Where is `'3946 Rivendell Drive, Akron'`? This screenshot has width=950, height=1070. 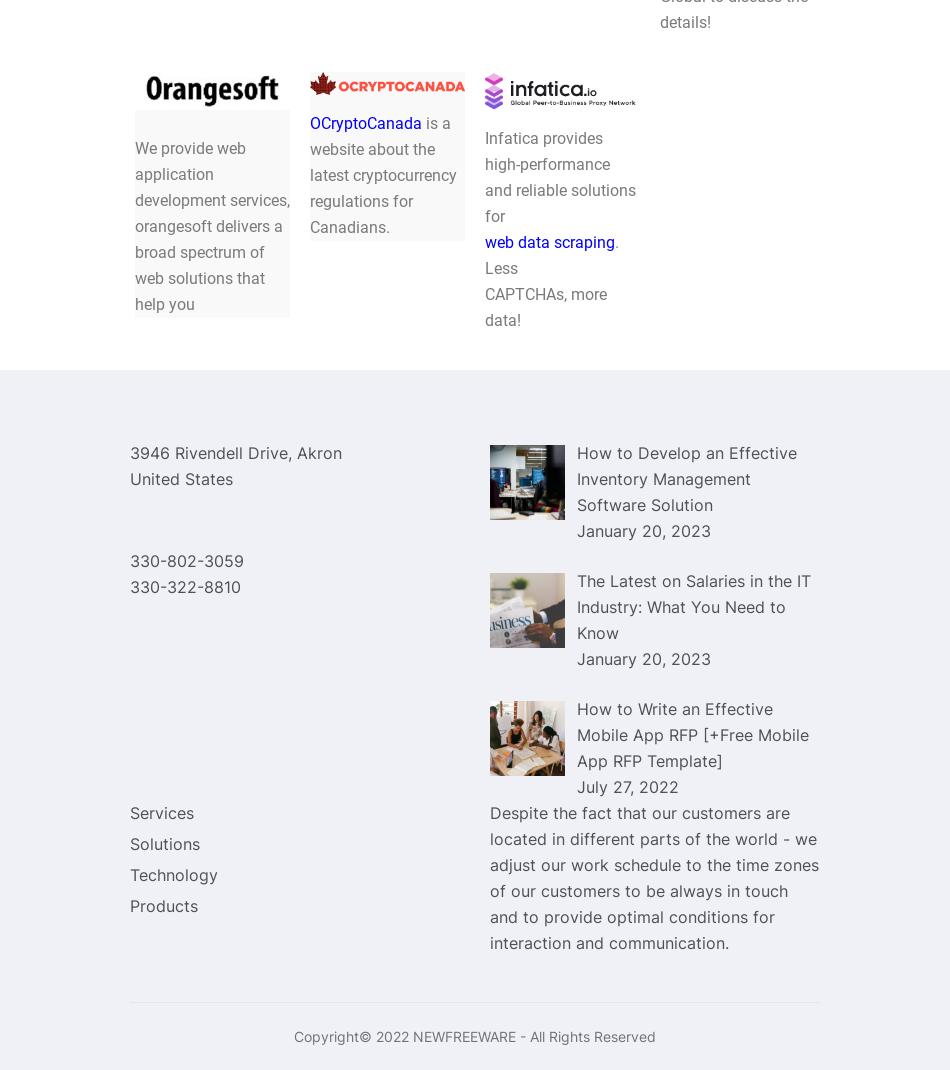 '3946 Rivendell Drive, Akron' is located at coordinates (235, 453).